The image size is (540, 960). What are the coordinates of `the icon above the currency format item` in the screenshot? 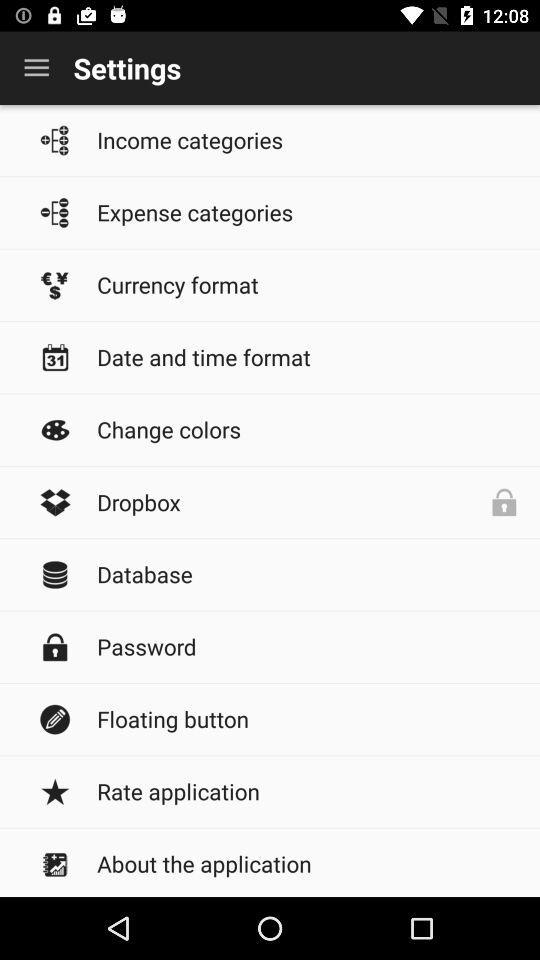 It's located at (308, 212).